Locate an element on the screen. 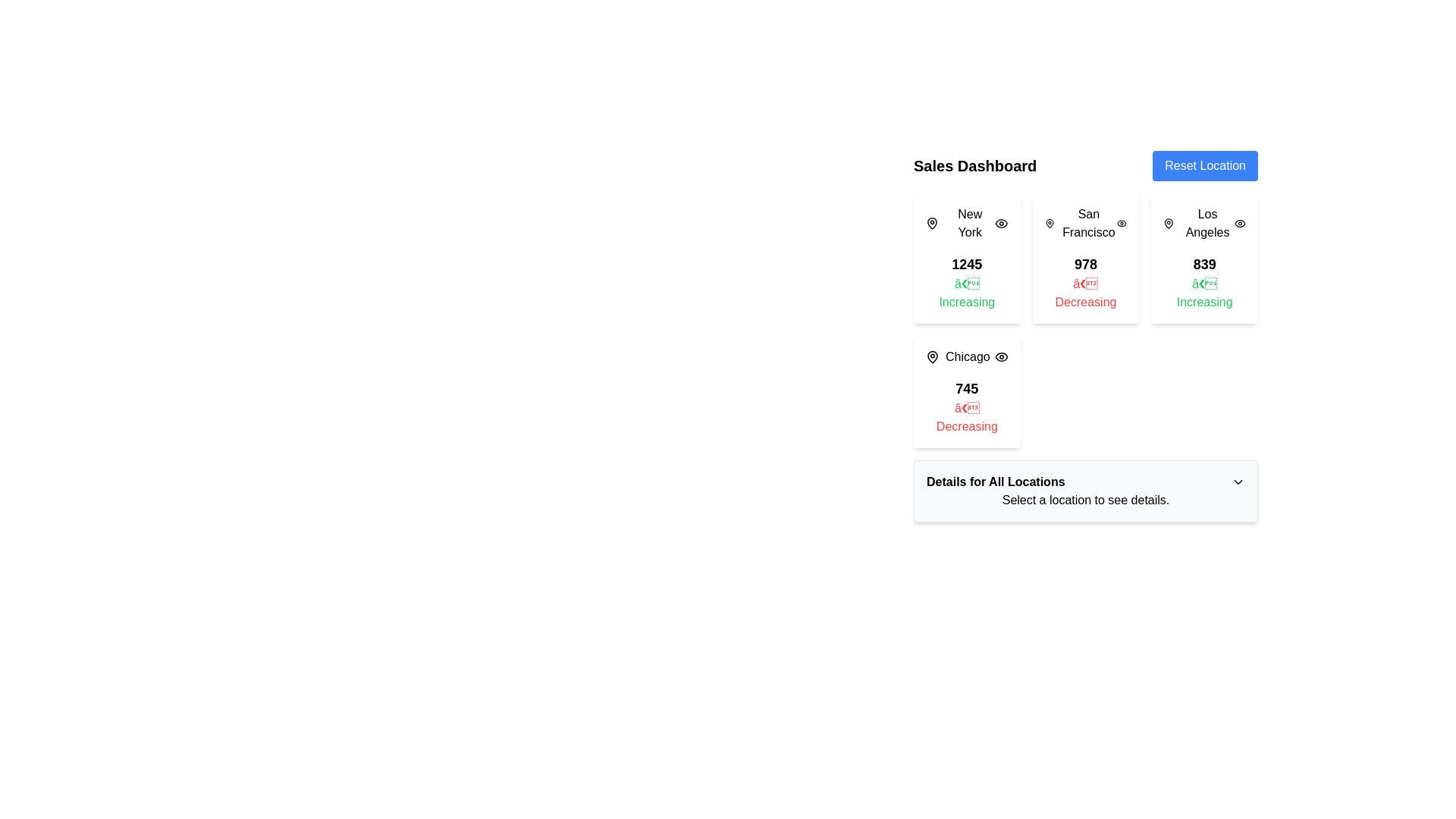 This screenshot has width=1456, height=819. the Text Label located in the leftmost card component, which indicates the location for the associated data displayed below it, positioned above the numeric value '1245' and the status 'Increasing' is located at coordinates (969, 223).